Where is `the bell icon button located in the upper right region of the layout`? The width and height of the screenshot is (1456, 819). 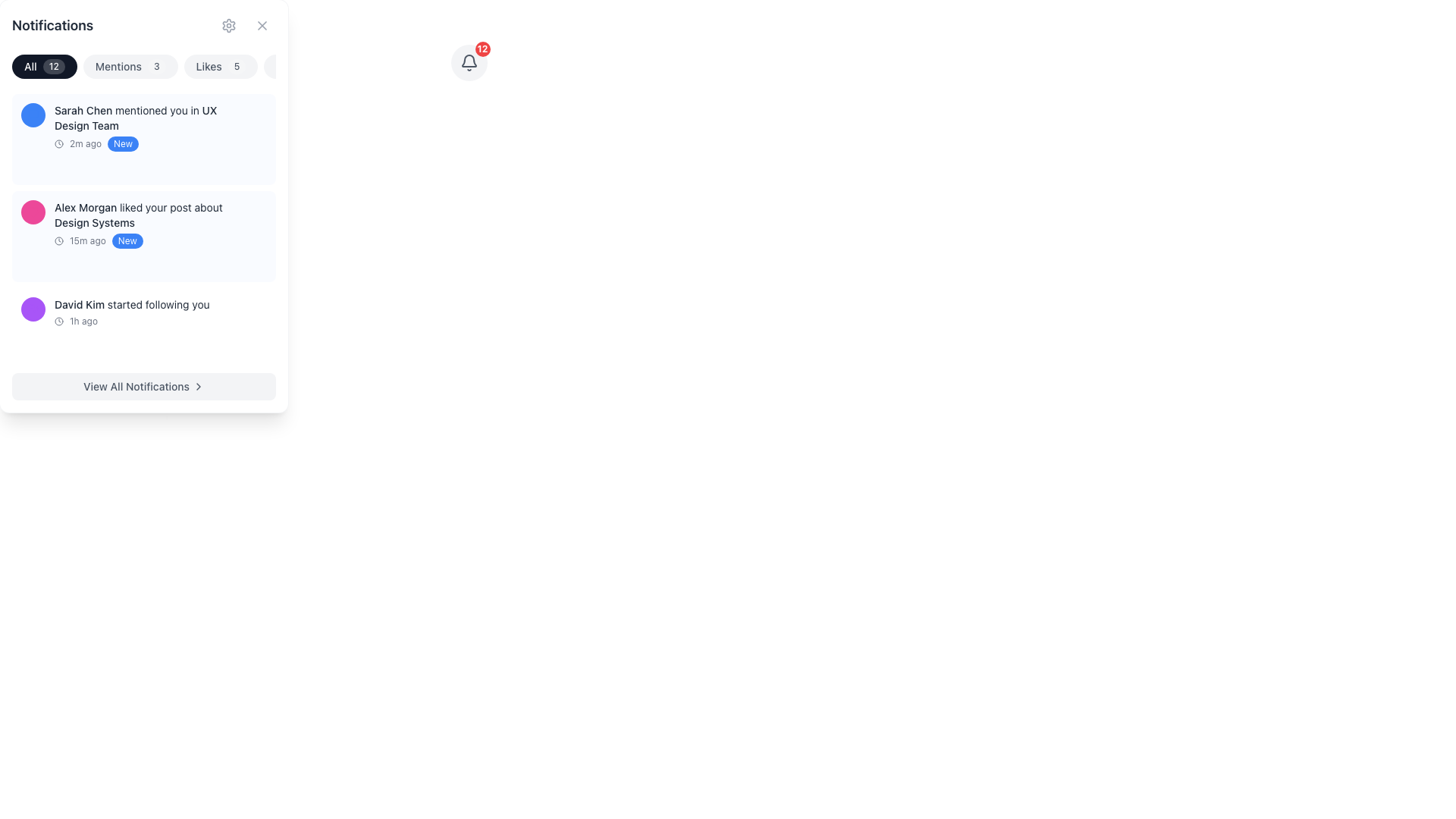 the bell icon button located in the upper right region of the layout is located at coordinates (468, 62).